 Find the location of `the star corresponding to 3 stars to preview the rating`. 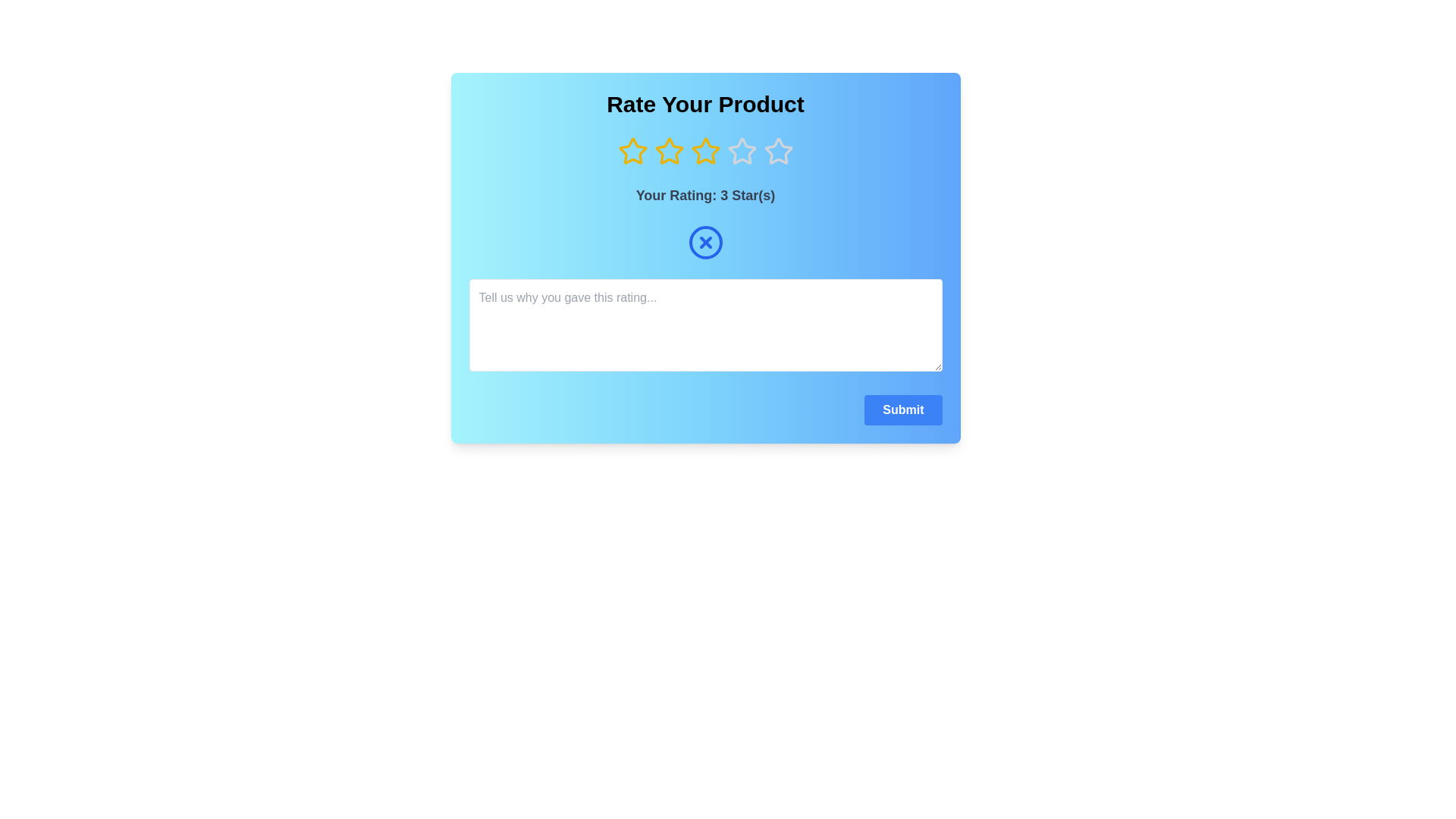

the star corresponding to 3 stars to preview the rating is located at coordinates (704, 152).